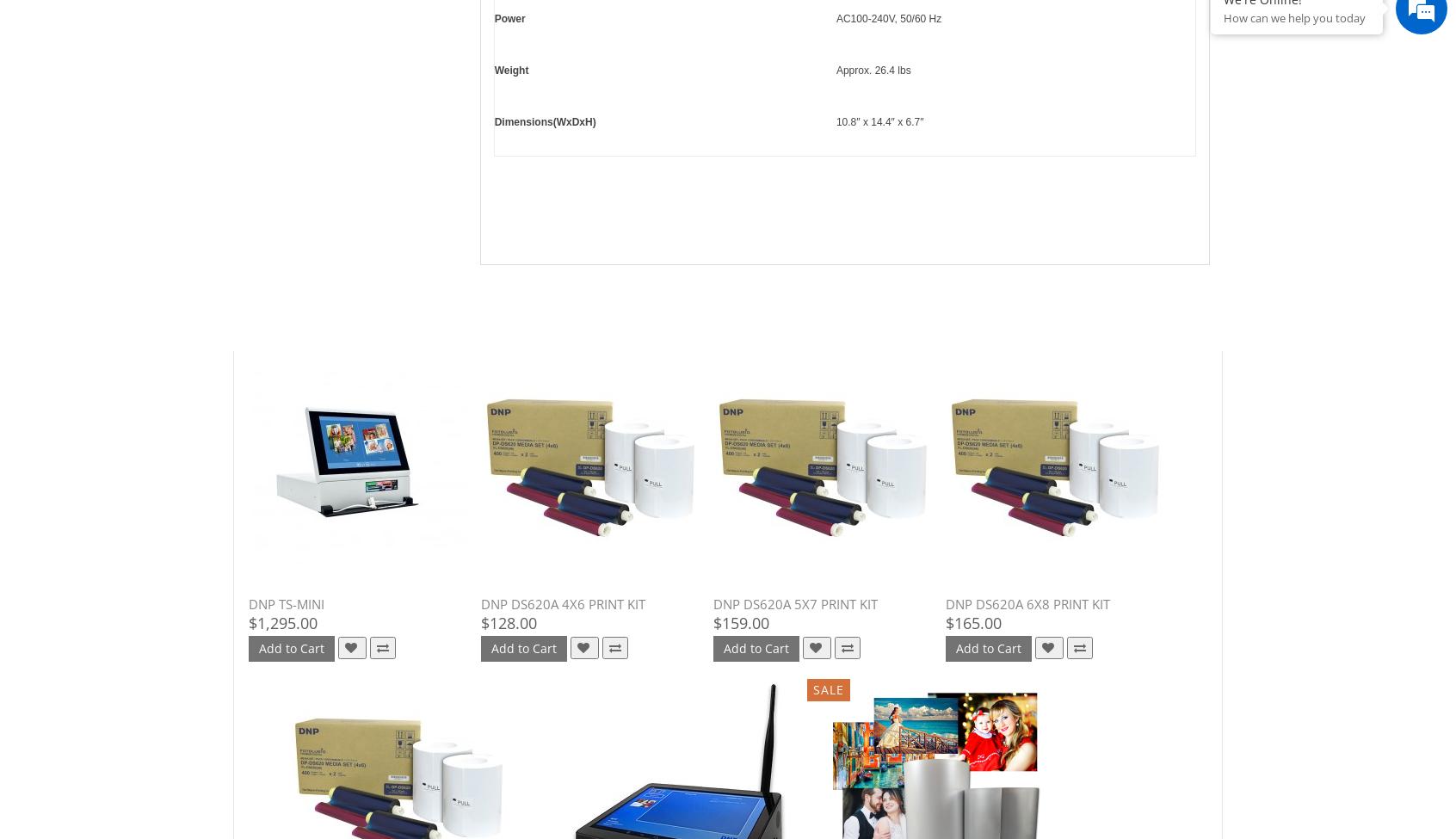 The height and width of the screenshot is (839, 1456). I want to click on '$1,295.00', so click(247, 620).